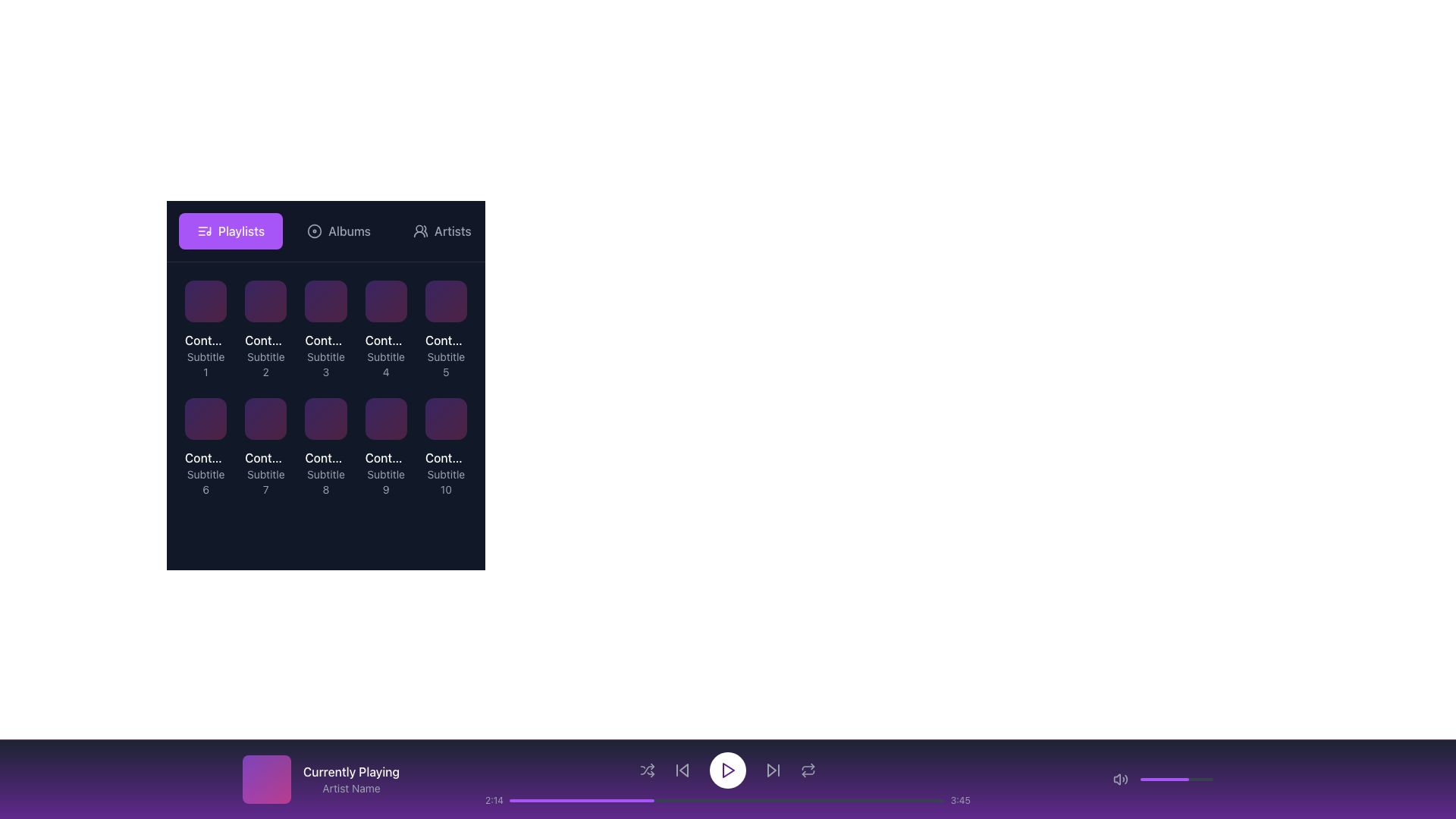 This screenshot has height=819, width=1456. I want to click on progress, so click(709, 800).